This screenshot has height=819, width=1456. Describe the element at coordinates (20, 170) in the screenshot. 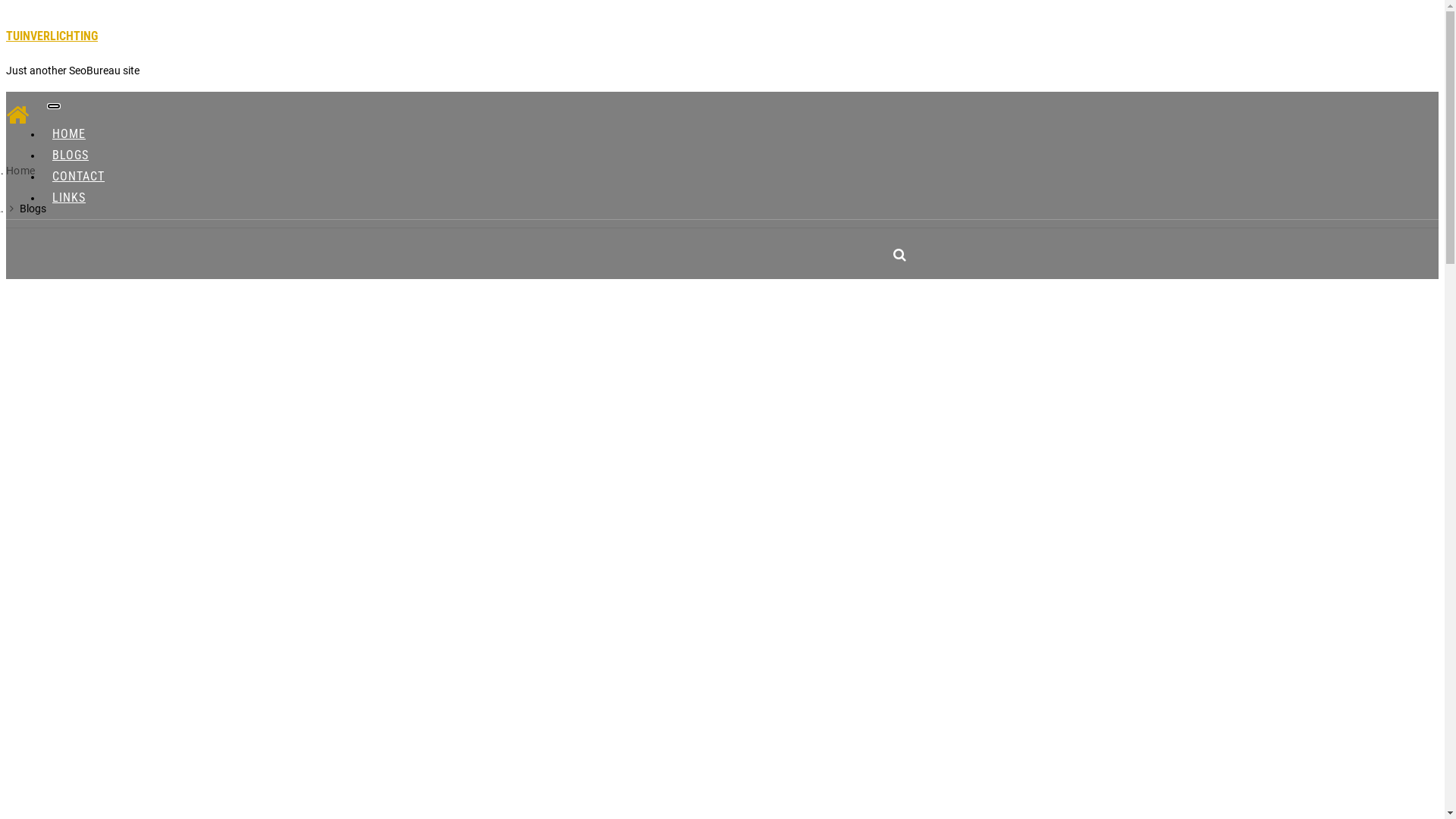

I see `'Home'` at that location.